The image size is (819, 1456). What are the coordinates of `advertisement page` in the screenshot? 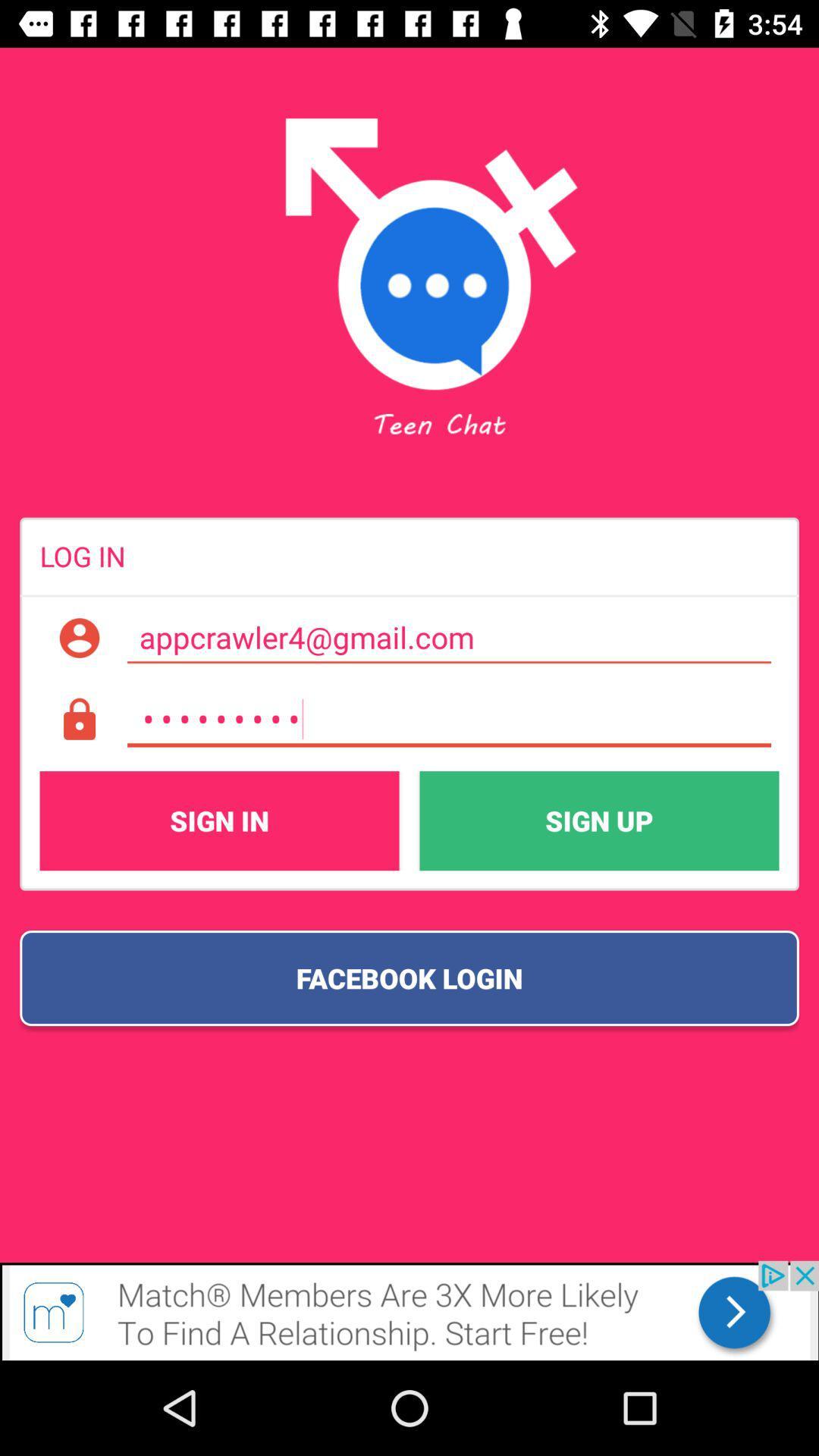 It's located at (409, 1310).